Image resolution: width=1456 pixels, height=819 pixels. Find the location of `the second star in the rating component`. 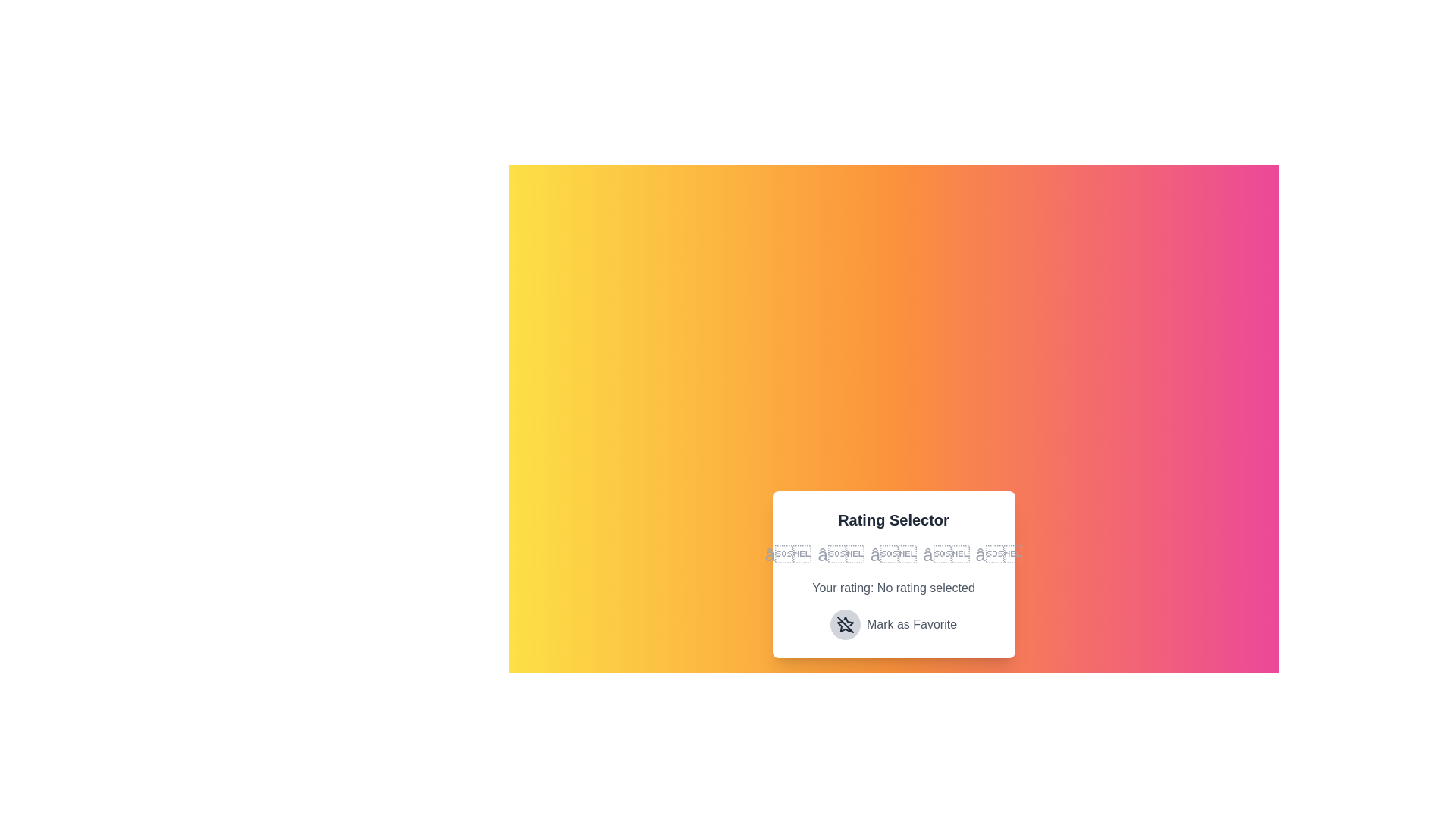

the second star in the rating component is located at coordinates (840, 555).